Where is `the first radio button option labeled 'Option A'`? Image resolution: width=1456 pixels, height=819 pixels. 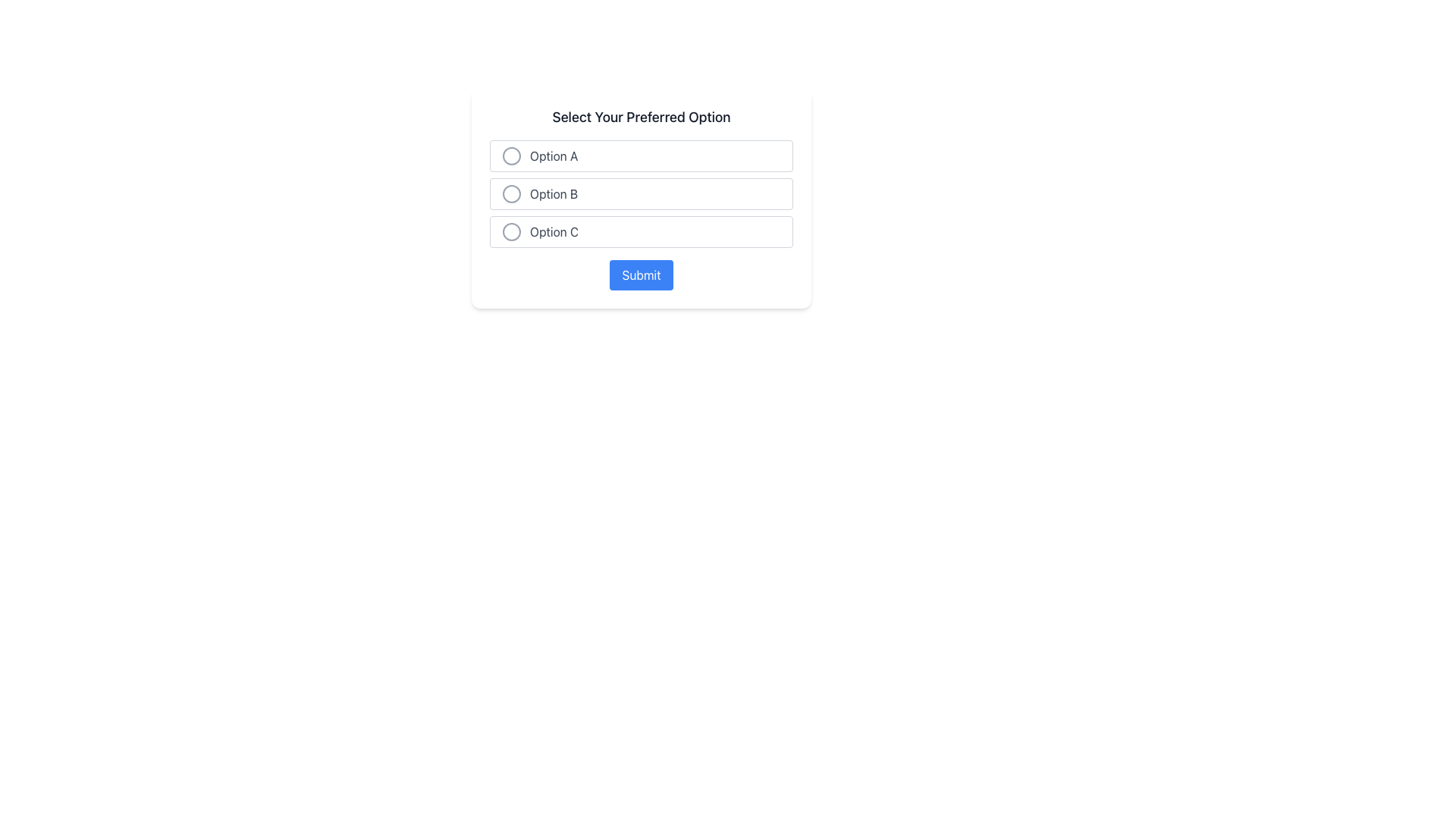
the first radio button option labeled 'Option A' is located at coordinates (641, 155).